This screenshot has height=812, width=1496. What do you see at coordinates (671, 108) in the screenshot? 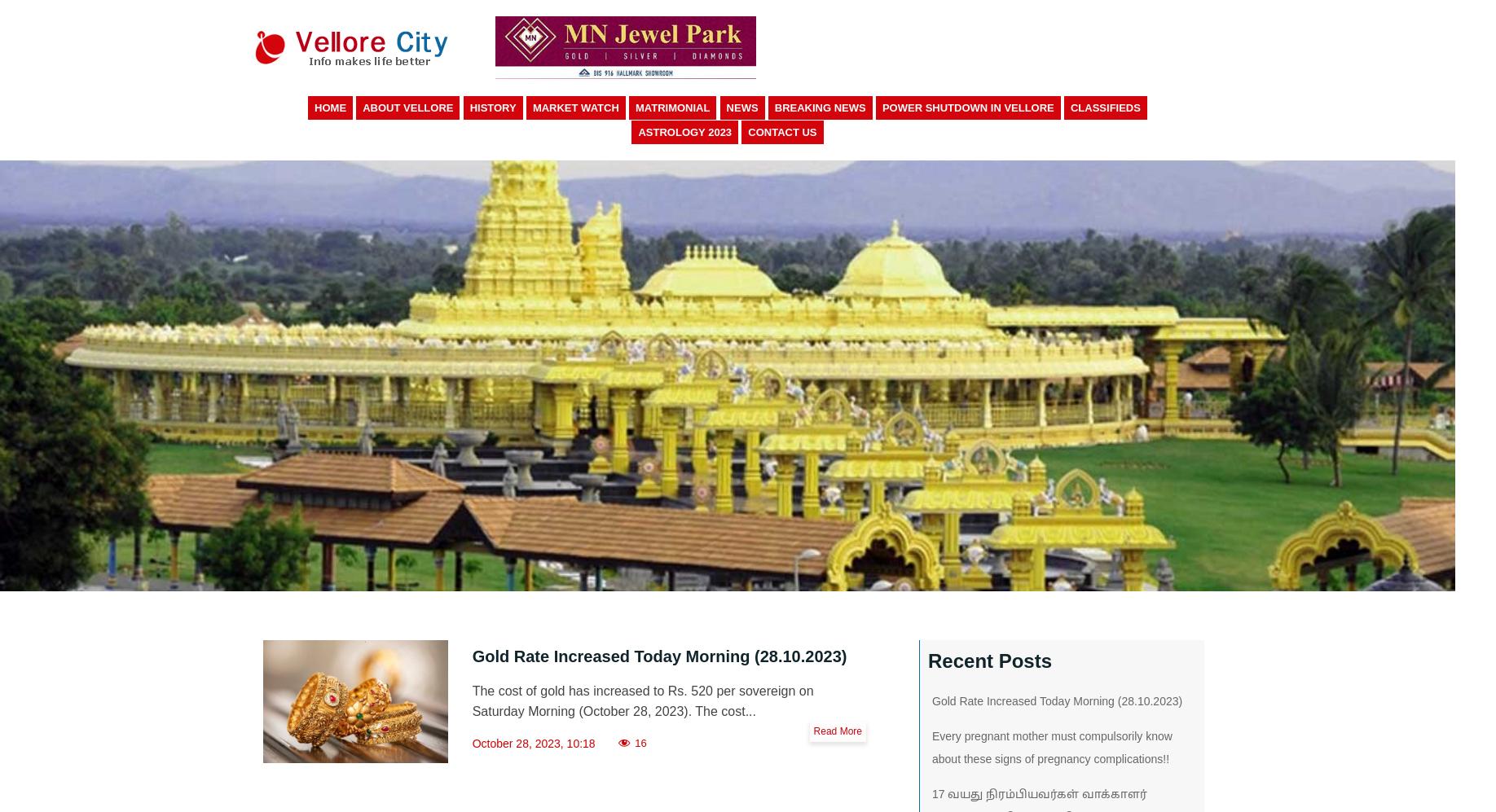
I see `'Matrimonial'` at bounding box center [671, 108].